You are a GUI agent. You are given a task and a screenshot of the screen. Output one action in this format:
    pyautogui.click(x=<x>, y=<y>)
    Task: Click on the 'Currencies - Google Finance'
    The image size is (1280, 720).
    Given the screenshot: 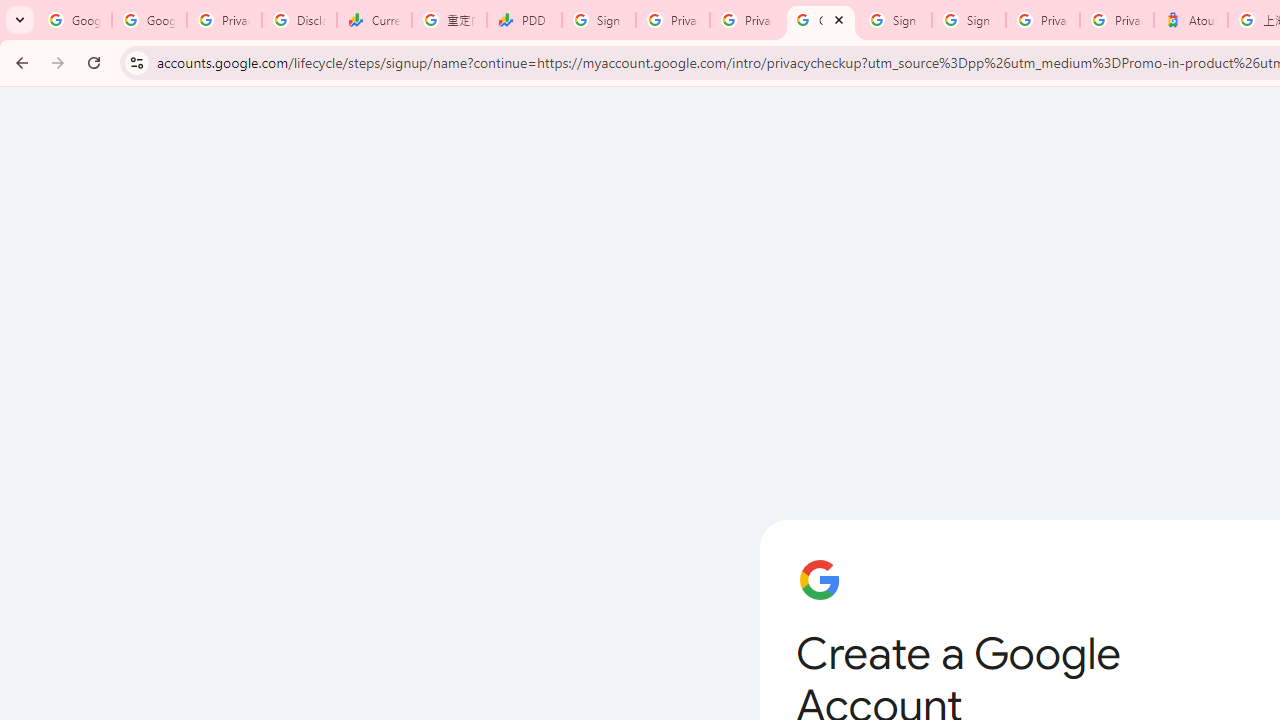 What is the action you would take?
    pyautogui.click(x=374, y=20)
    